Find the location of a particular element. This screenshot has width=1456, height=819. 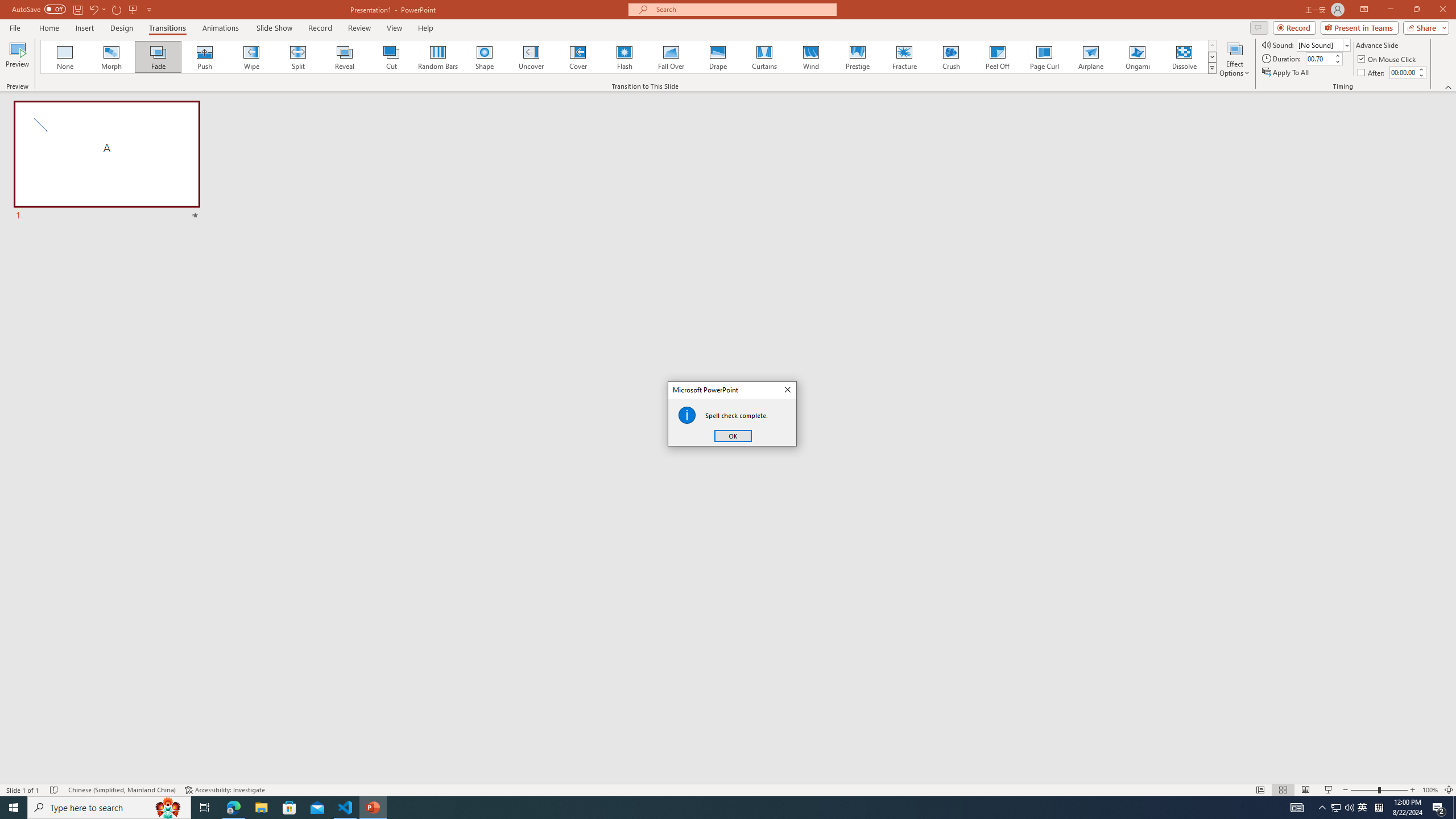

'Fracture' is located at coordinates (904, 56).